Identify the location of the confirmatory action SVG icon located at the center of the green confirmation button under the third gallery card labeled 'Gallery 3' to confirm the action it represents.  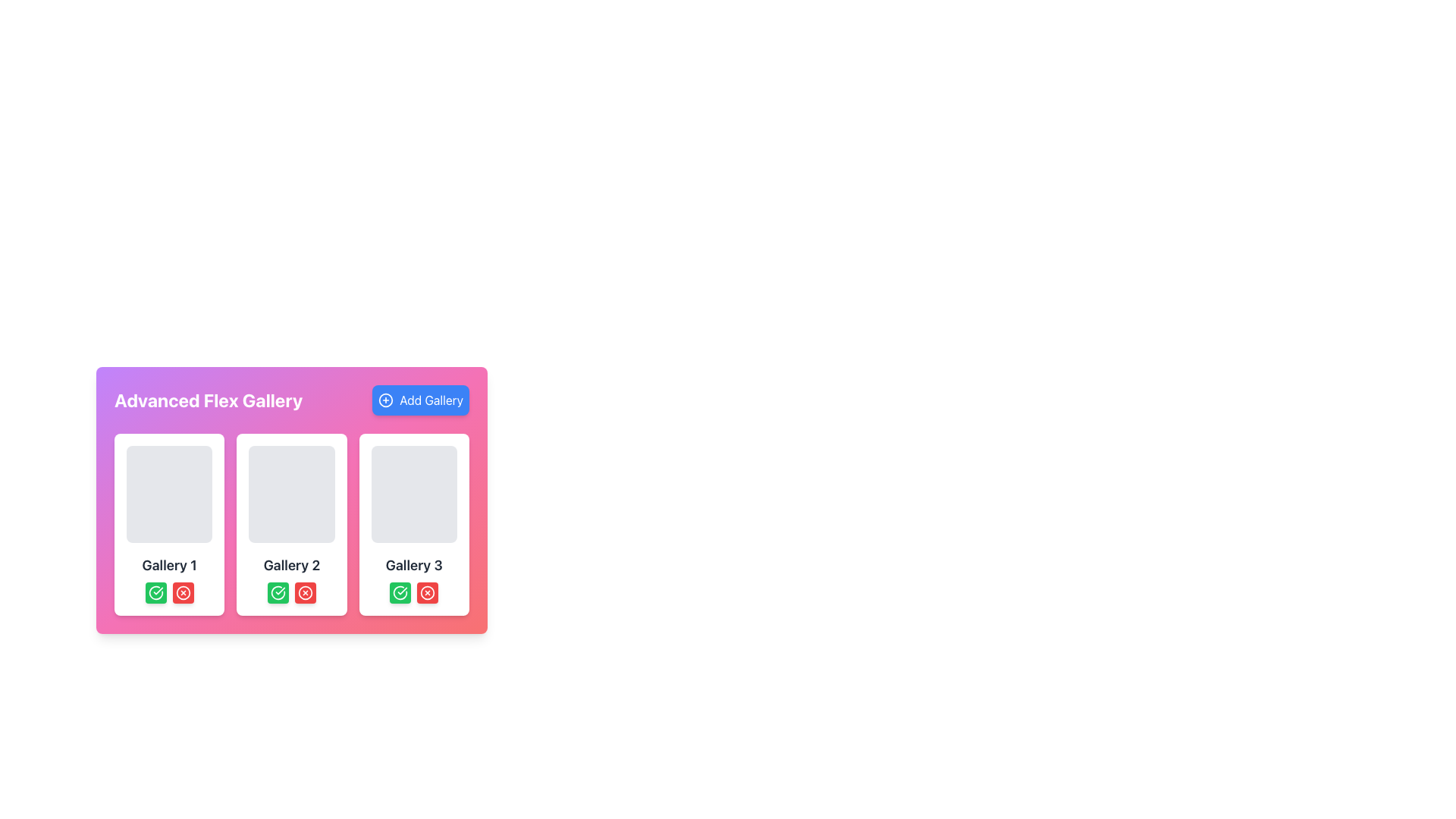
(400, 592).